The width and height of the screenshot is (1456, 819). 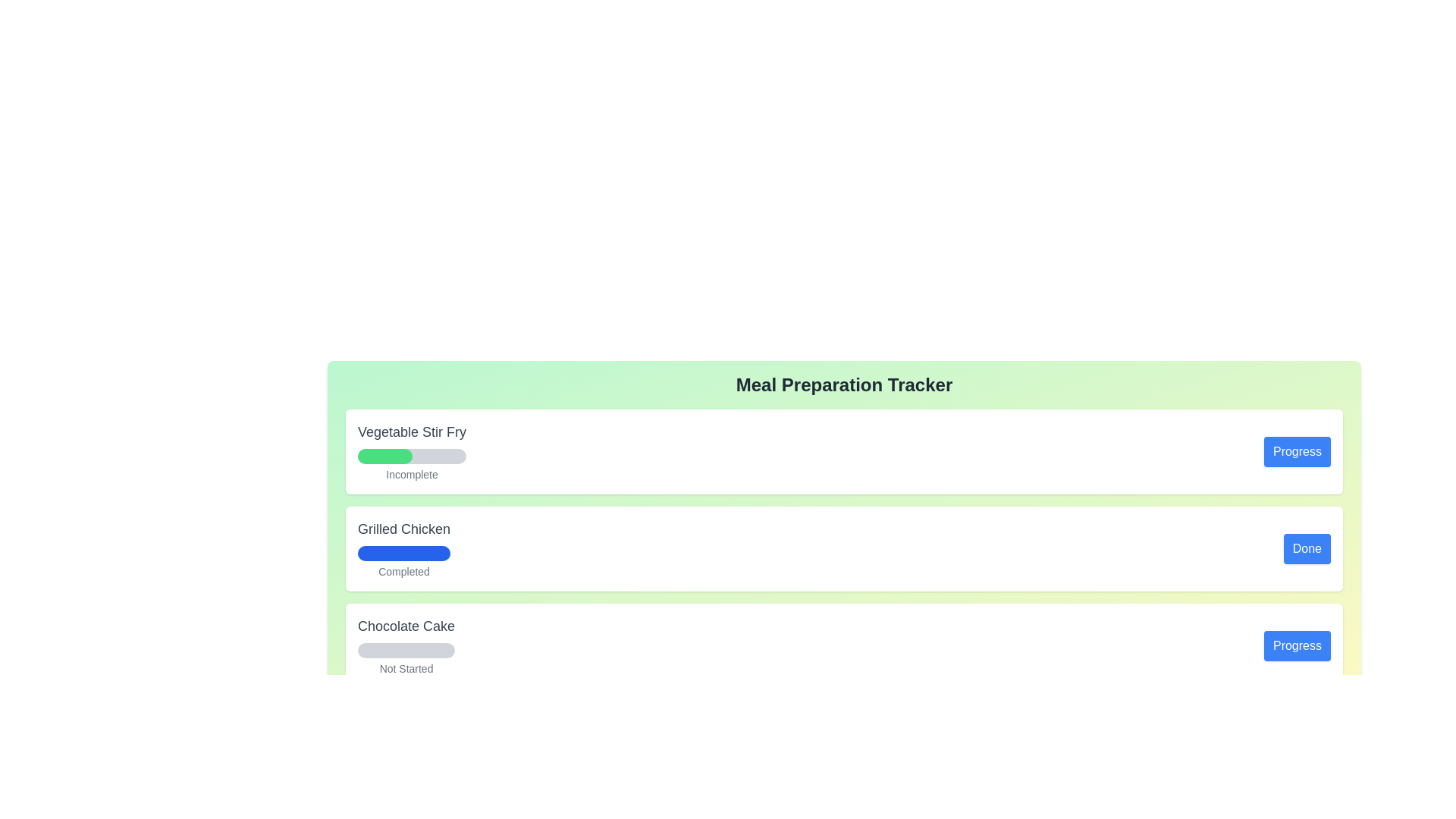 What do you see at coordinates (412, 455) in the screenshot?
I see `the horizontal progress bar indicating partial progress within the 'Vegetable Stir Fry' card, which has a light gray background and a green segment on the left` at bounding box center [412, 455].